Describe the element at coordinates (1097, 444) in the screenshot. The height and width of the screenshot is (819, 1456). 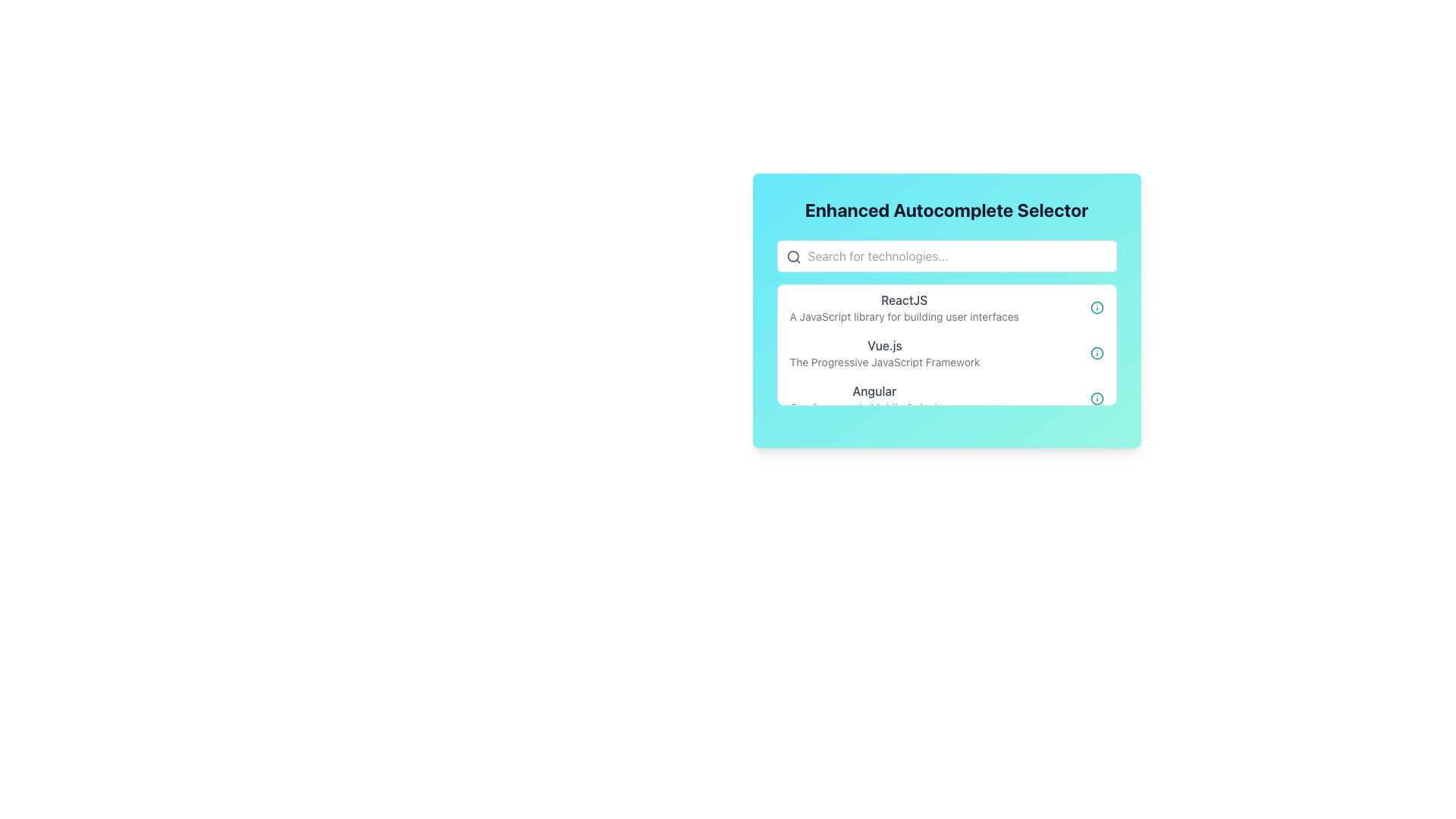
I see `the light teal circle element within the SVG icon located in the bottom right corner of the card interface` at that location.